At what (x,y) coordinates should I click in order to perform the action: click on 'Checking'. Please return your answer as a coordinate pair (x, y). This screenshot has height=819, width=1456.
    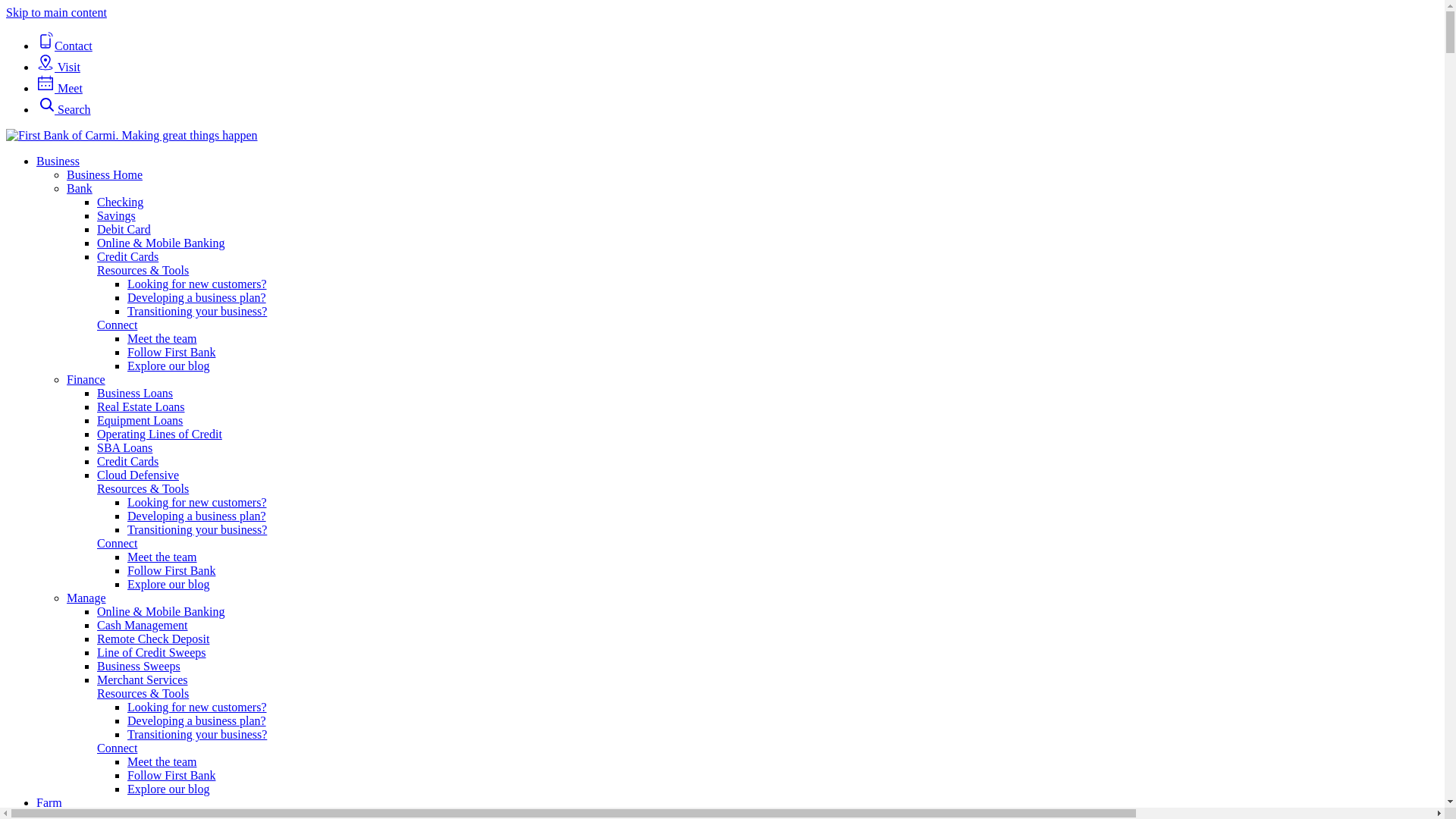
    Looking at the image, I should click on (96, 201).